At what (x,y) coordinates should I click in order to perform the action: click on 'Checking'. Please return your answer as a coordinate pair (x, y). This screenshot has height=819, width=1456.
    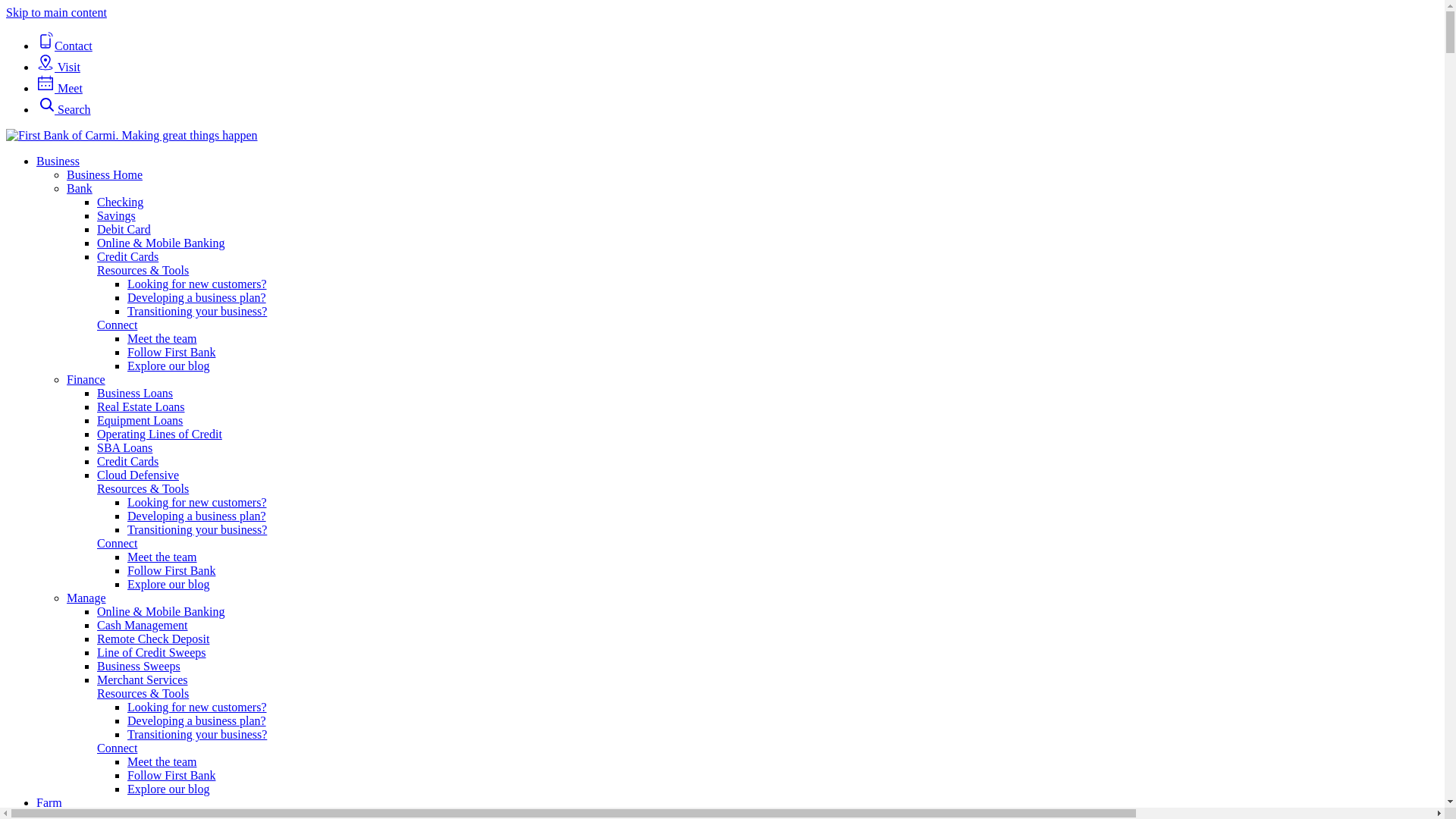
    Looking at the image, I should click on (96, 201).